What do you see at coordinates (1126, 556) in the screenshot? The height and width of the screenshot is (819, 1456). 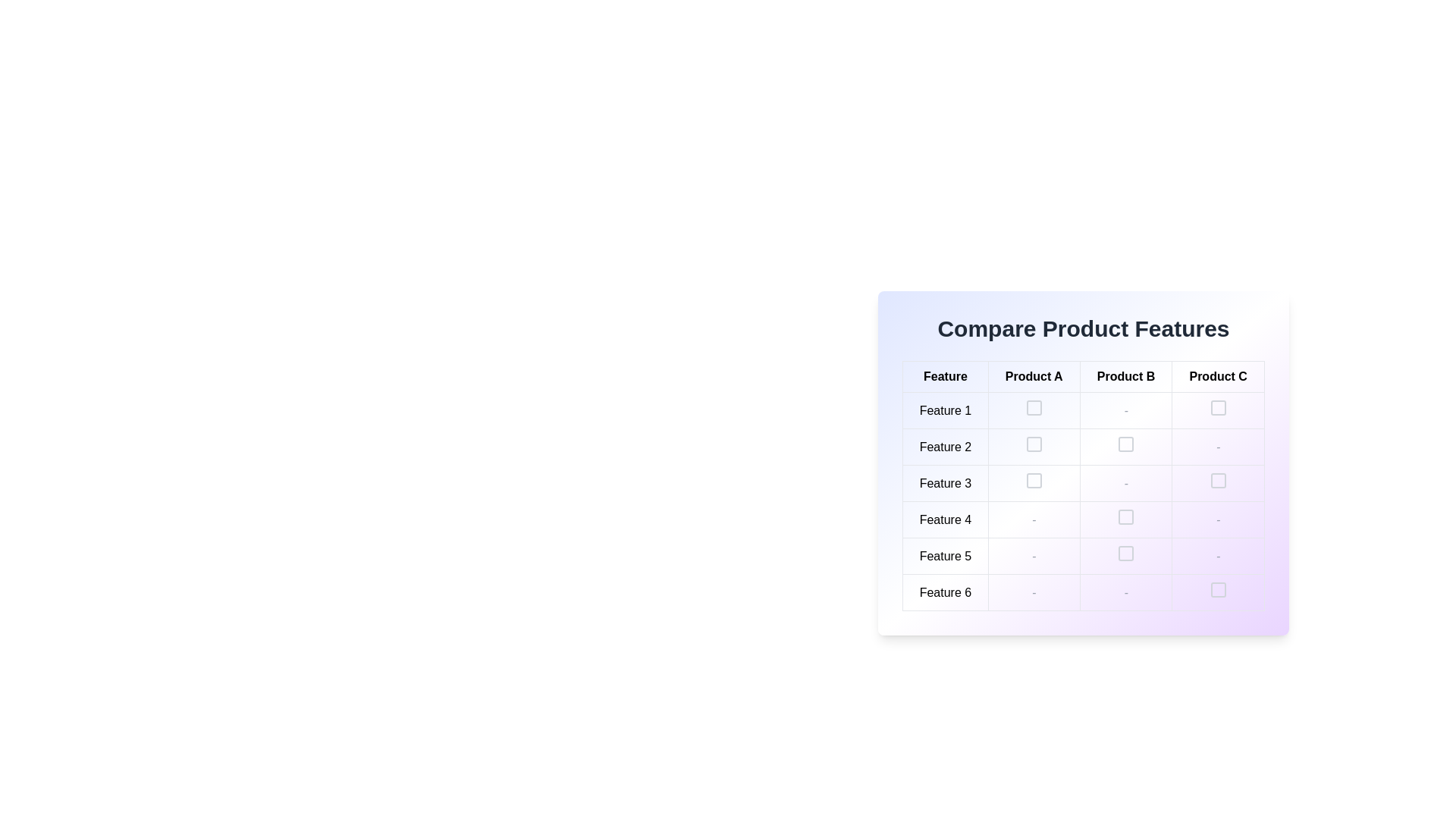 I see `the checkbox located in the 'Feature 5' row and 'Product B' column using tab navigation` at bounding box center [1126, 556].